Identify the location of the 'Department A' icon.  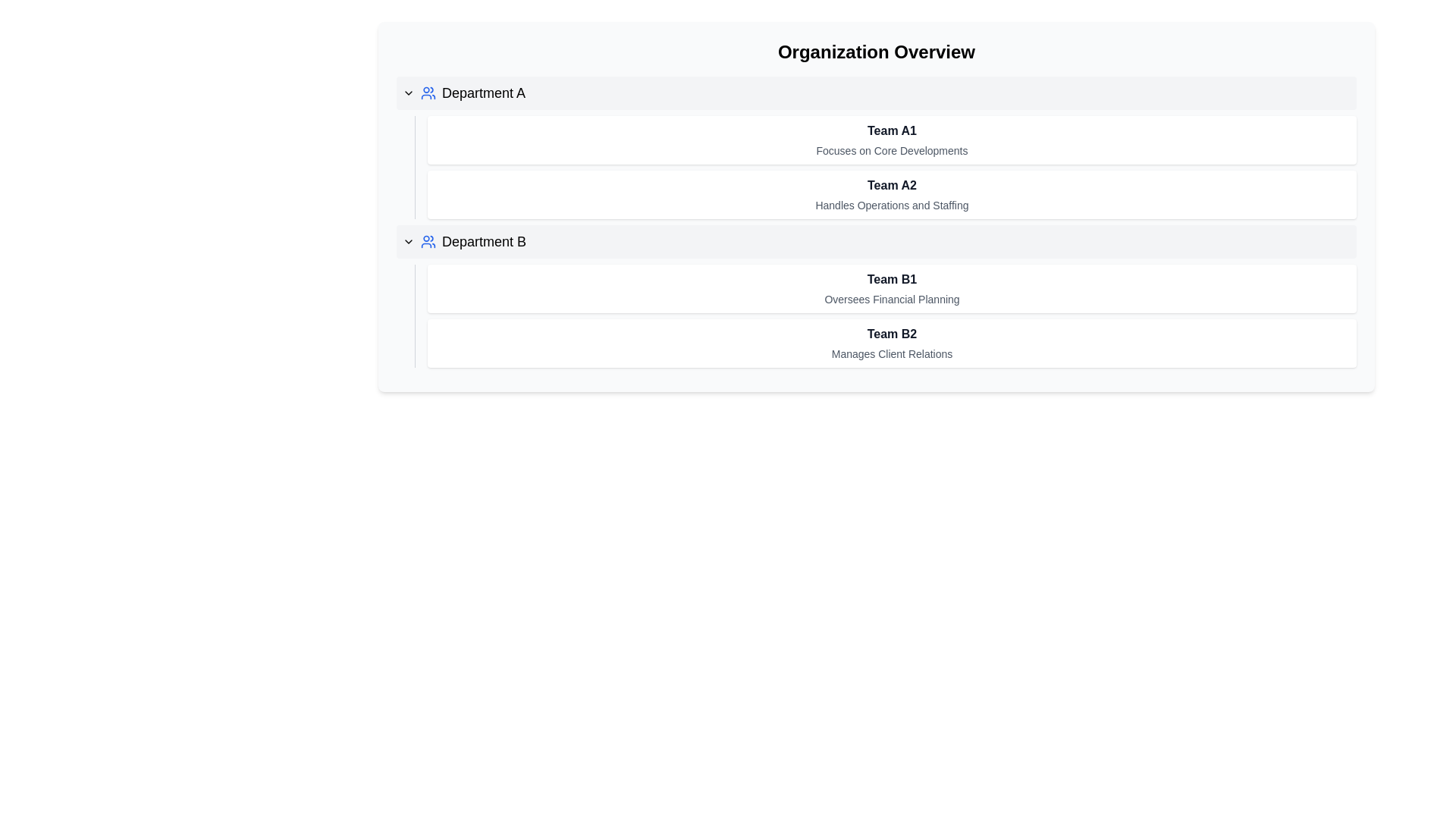
(428, 93).